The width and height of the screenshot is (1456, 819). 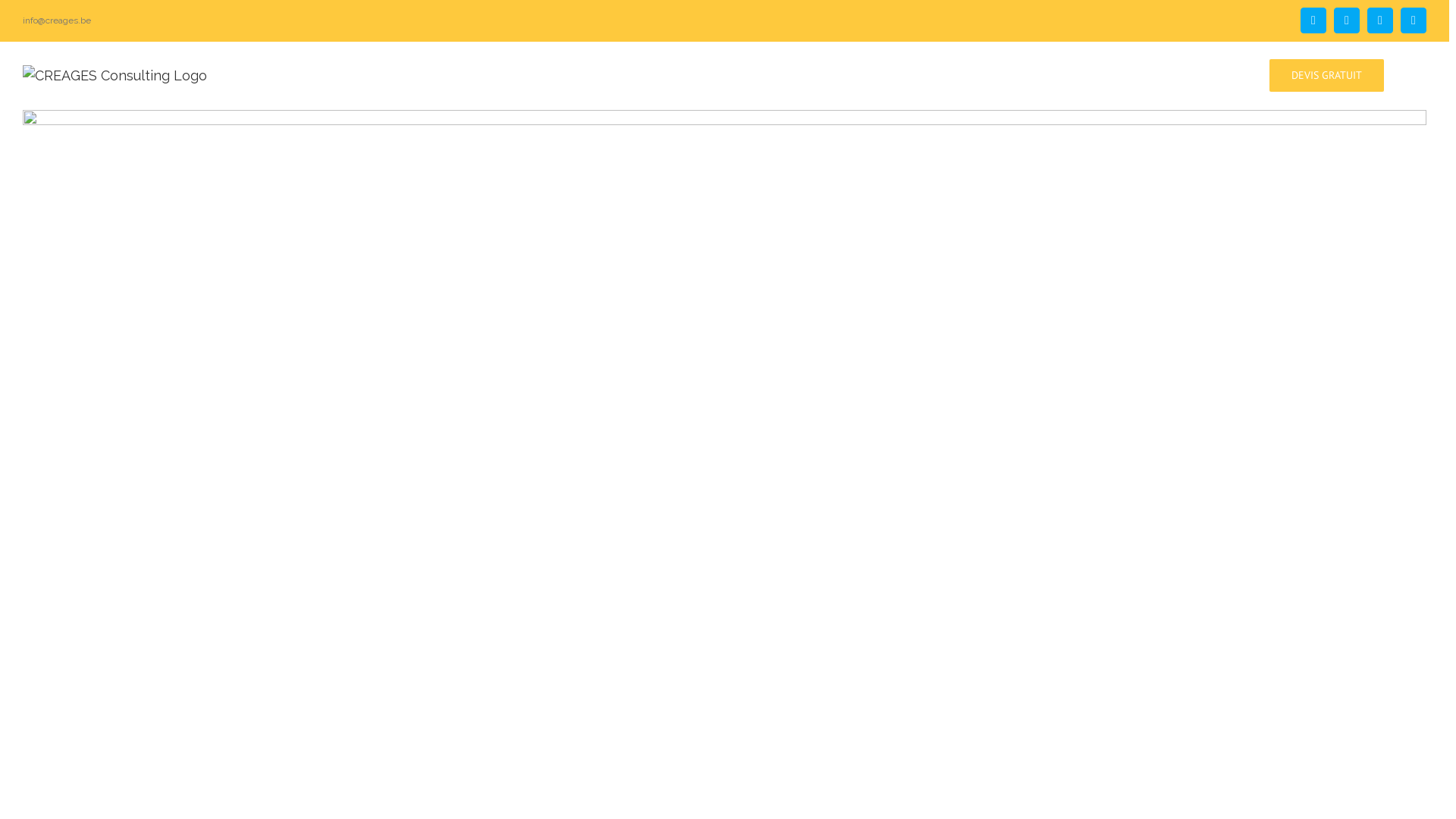 I want to click on 'CONTACT', so click(x=1189, y=74).